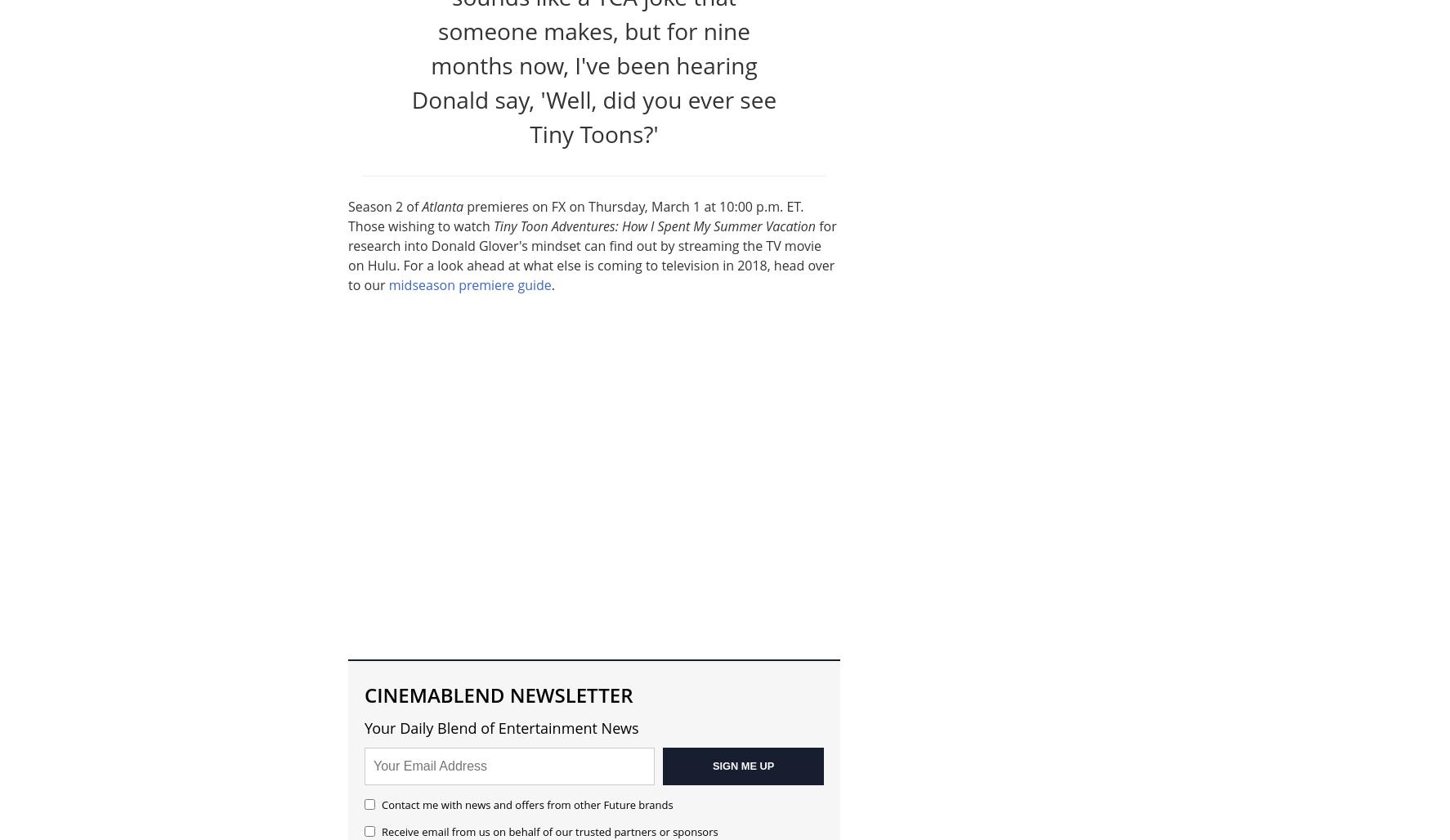  What do you see at coordinates (441, 204) in the screenshot?
I see `'Atlanta'` at bounding box center [441, 204].